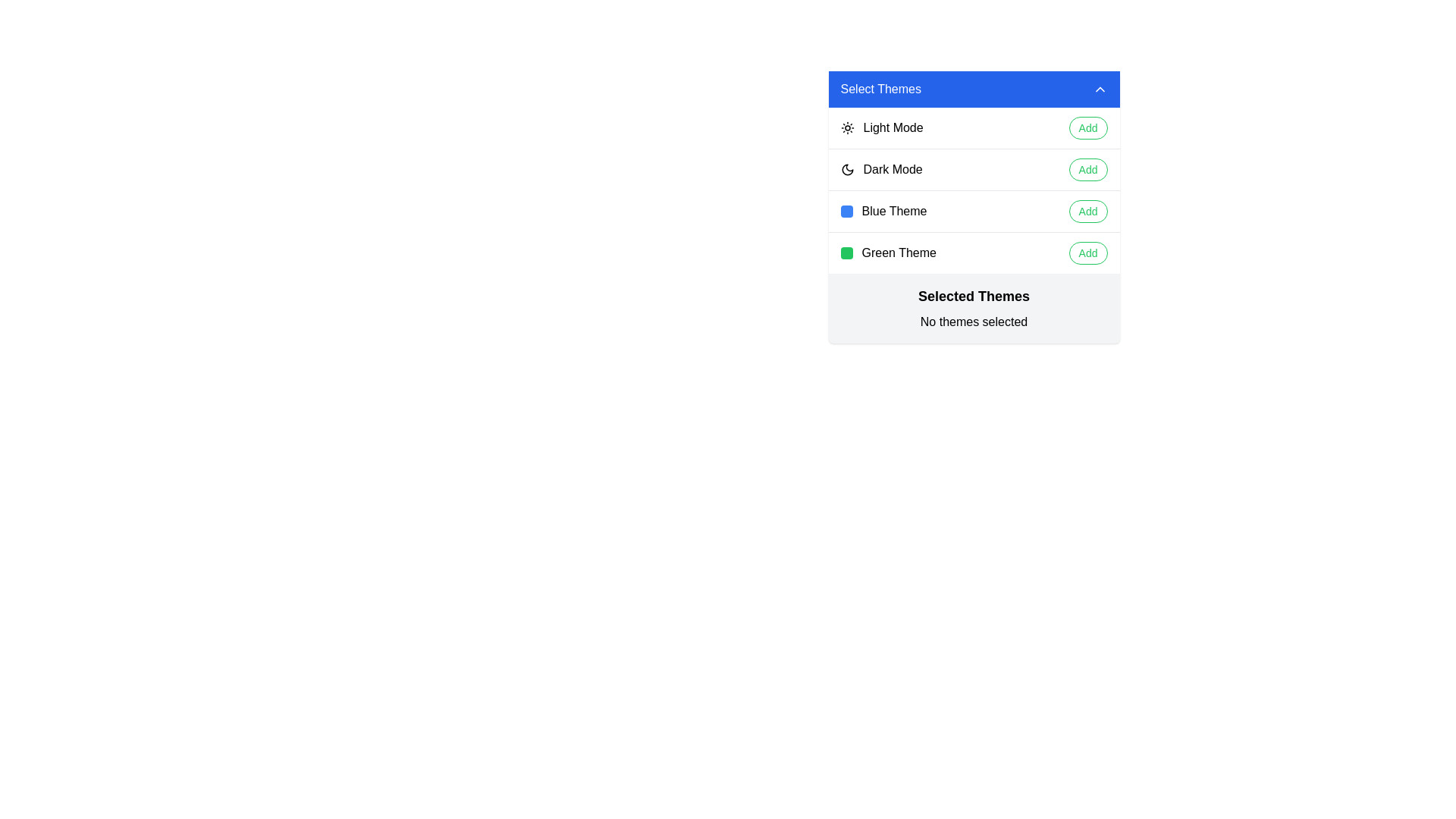  I want to click on the 'Light Mode' text label which is the first option in the 'Select Themes' section, located beneath the section title bar and next to a sun icon, so click(893, 127).